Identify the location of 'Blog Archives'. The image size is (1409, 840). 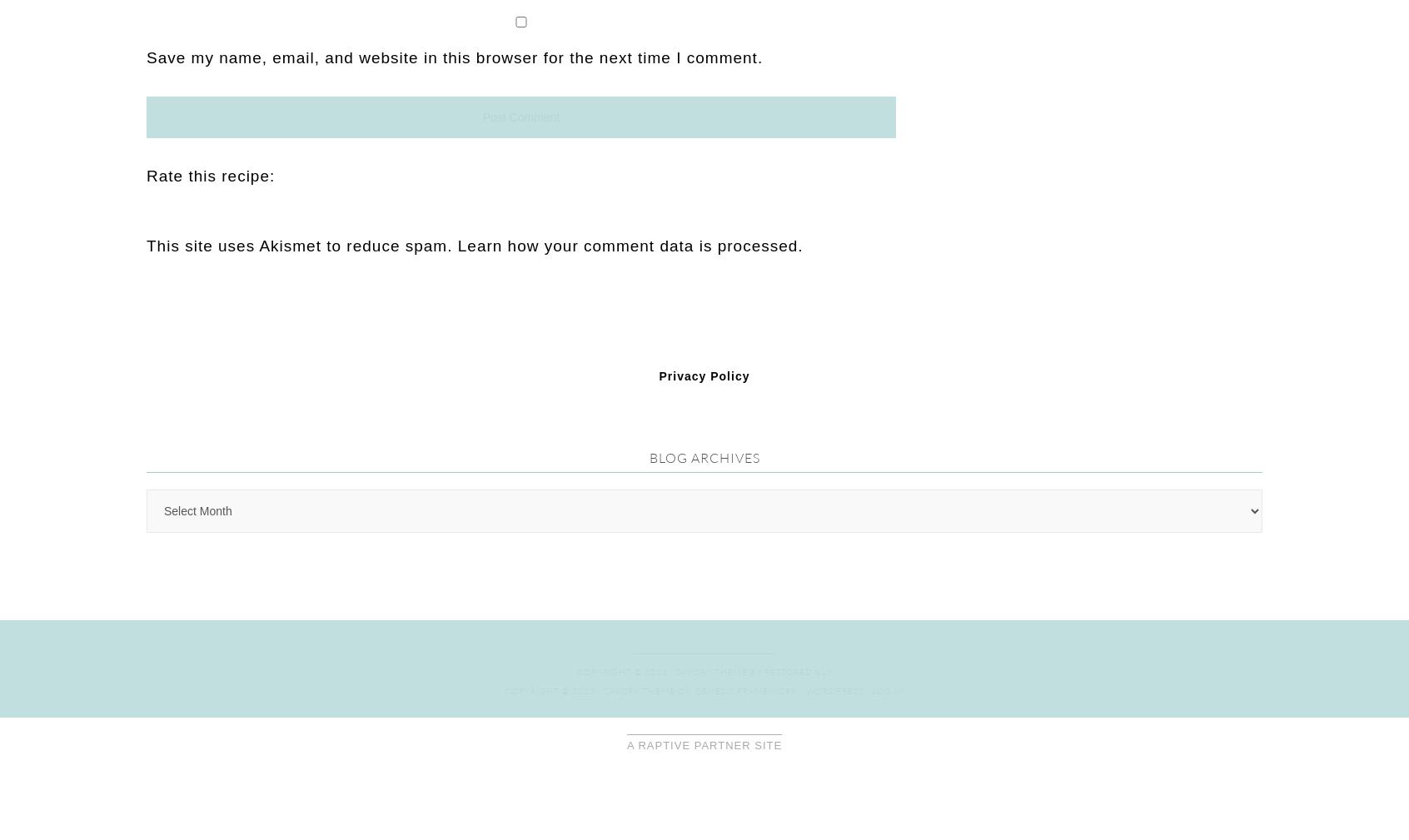
(704, 85).